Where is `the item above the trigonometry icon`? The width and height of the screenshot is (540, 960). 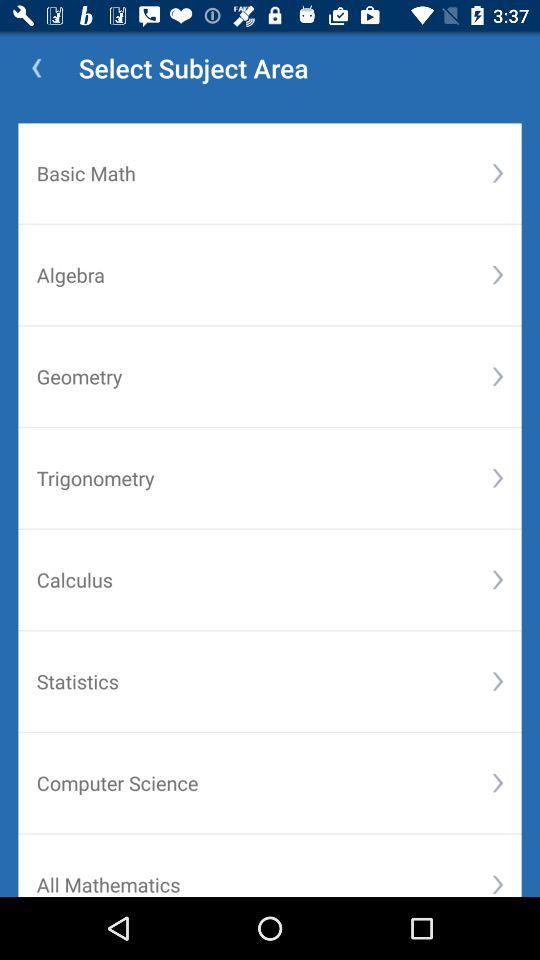
the item above the trigonometry icon is located at coordinates (264, 375).